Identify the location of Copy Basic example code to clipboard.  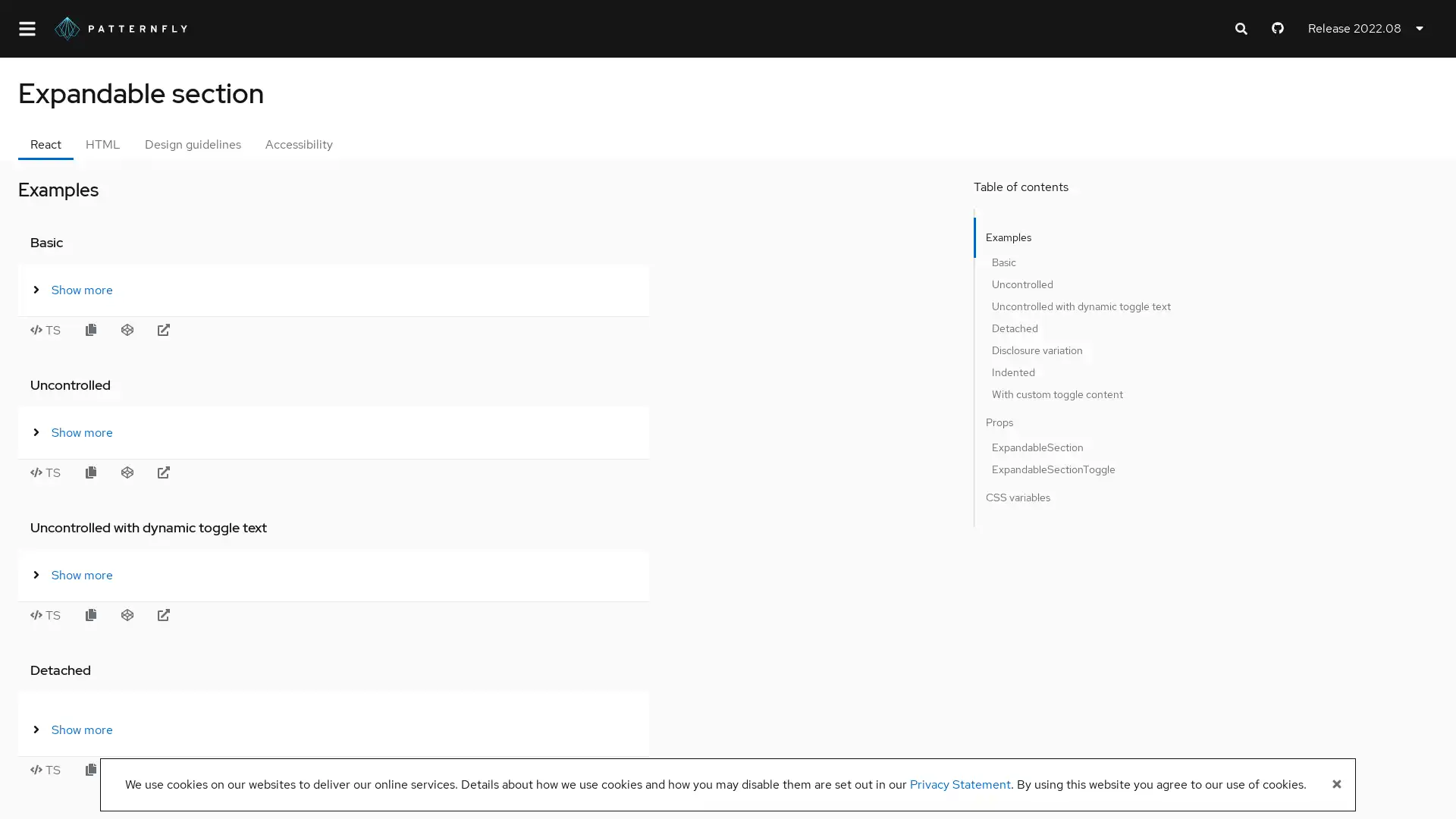
(309, 329).